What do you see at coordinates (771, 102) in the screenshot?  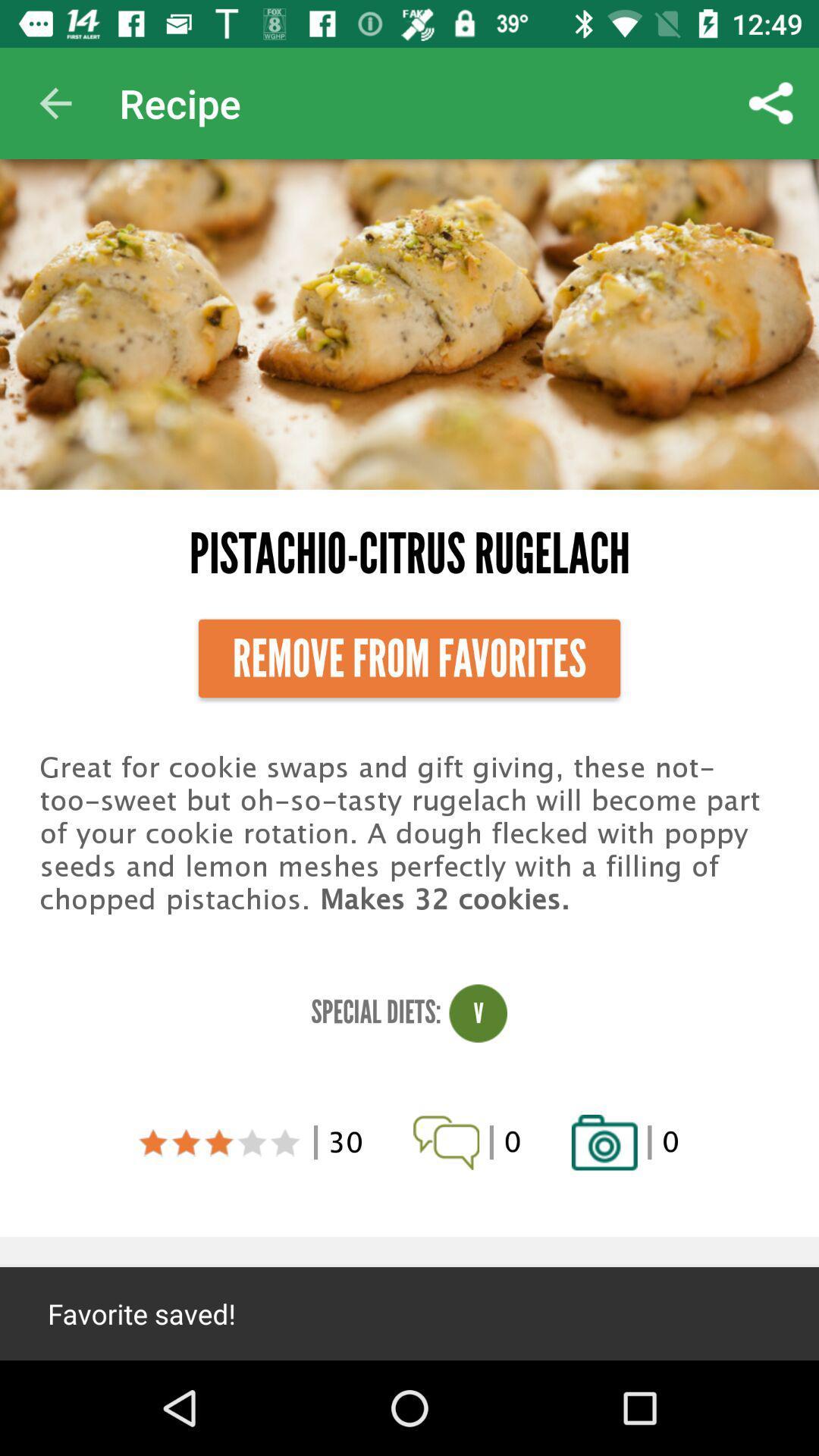 I see `the item at the top right corner` at bounding box center [771, 102].